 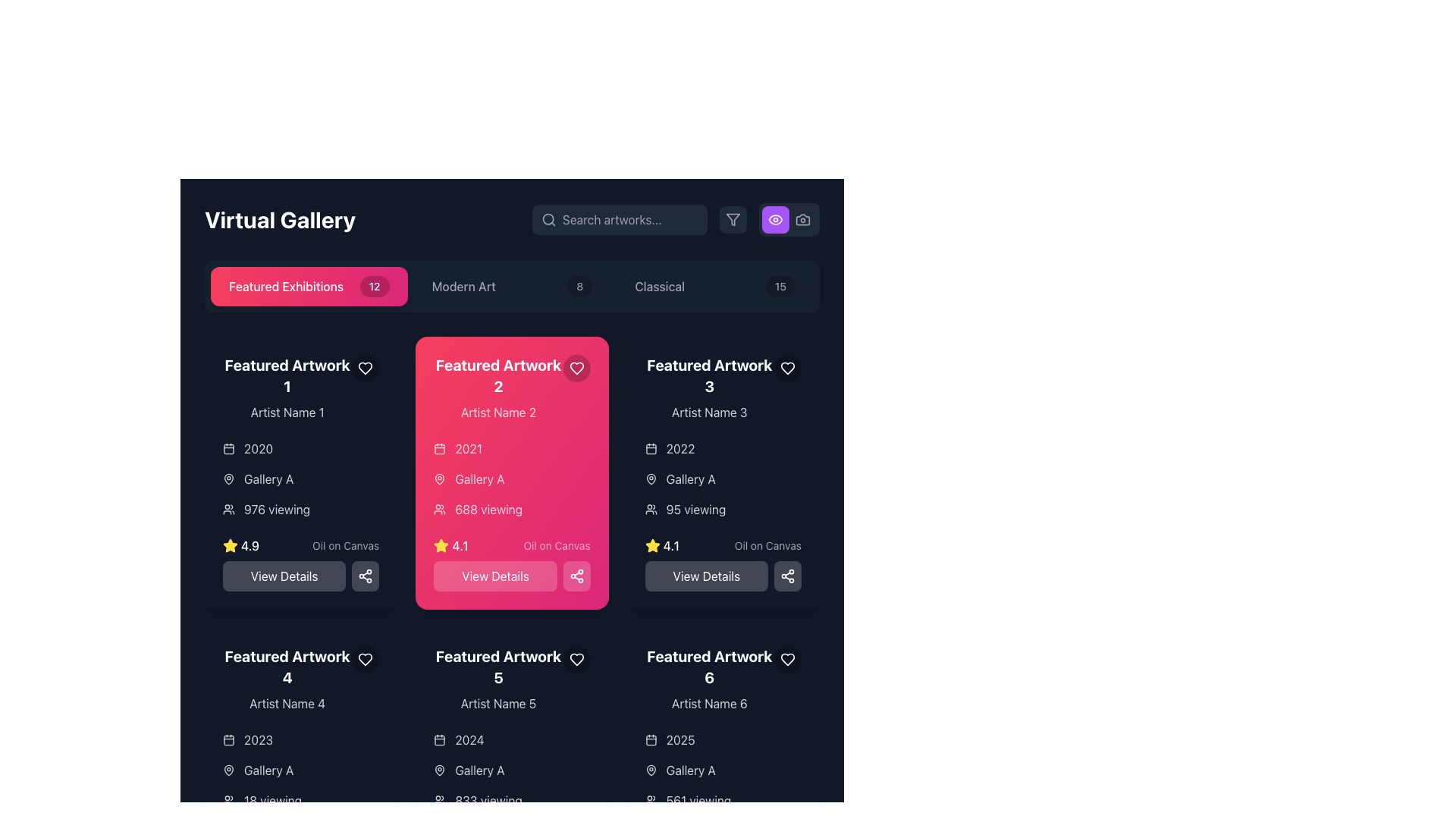 I want to click on title displayed in the text label located in the upper section of the artwork card, directly above the smaller text 'Artist Name 1', so click(x=287, y=375).